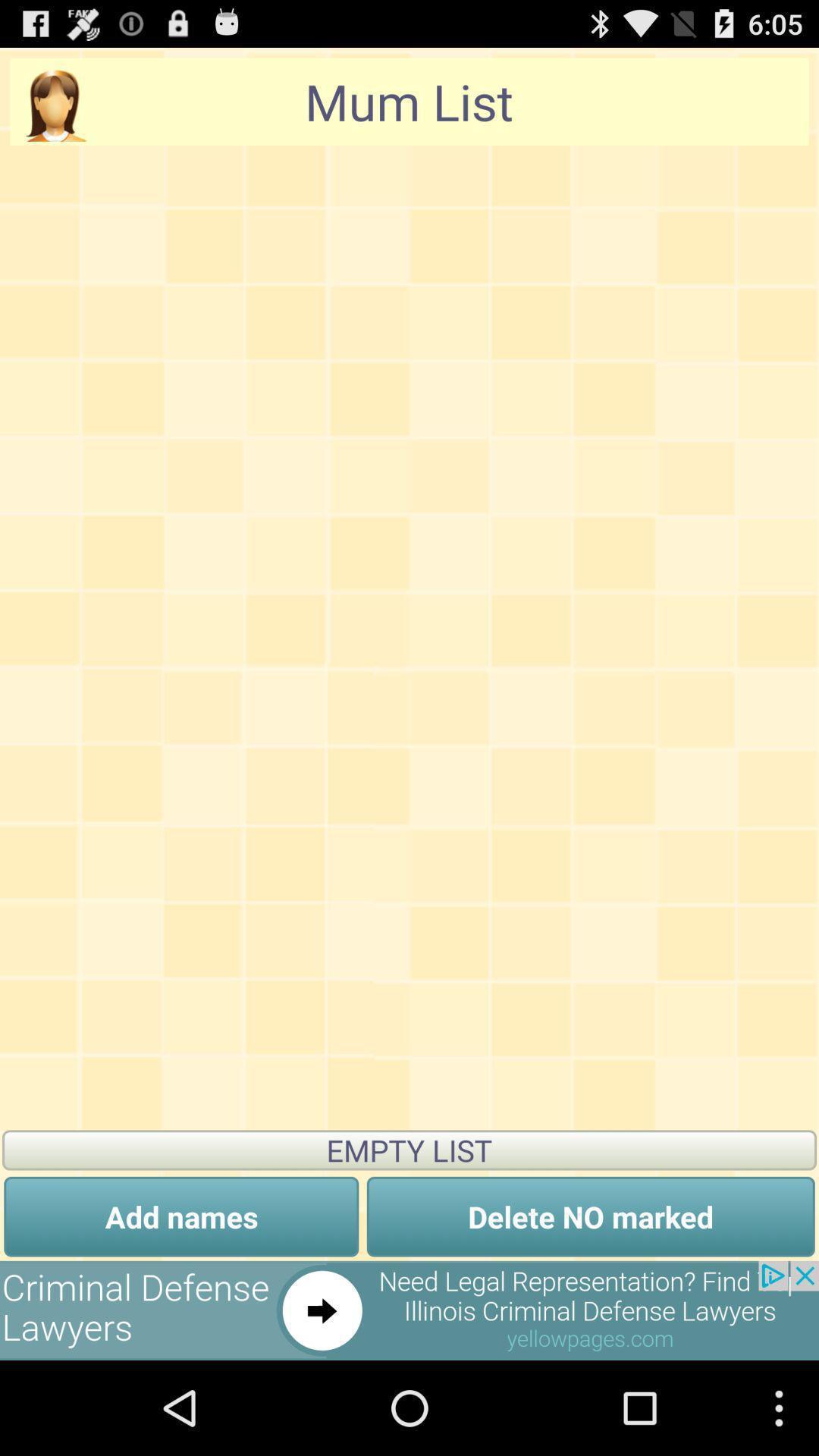  Describe the element at coordinates (409, 1310) in the screenshot. I see `open an advertisements` at that location.